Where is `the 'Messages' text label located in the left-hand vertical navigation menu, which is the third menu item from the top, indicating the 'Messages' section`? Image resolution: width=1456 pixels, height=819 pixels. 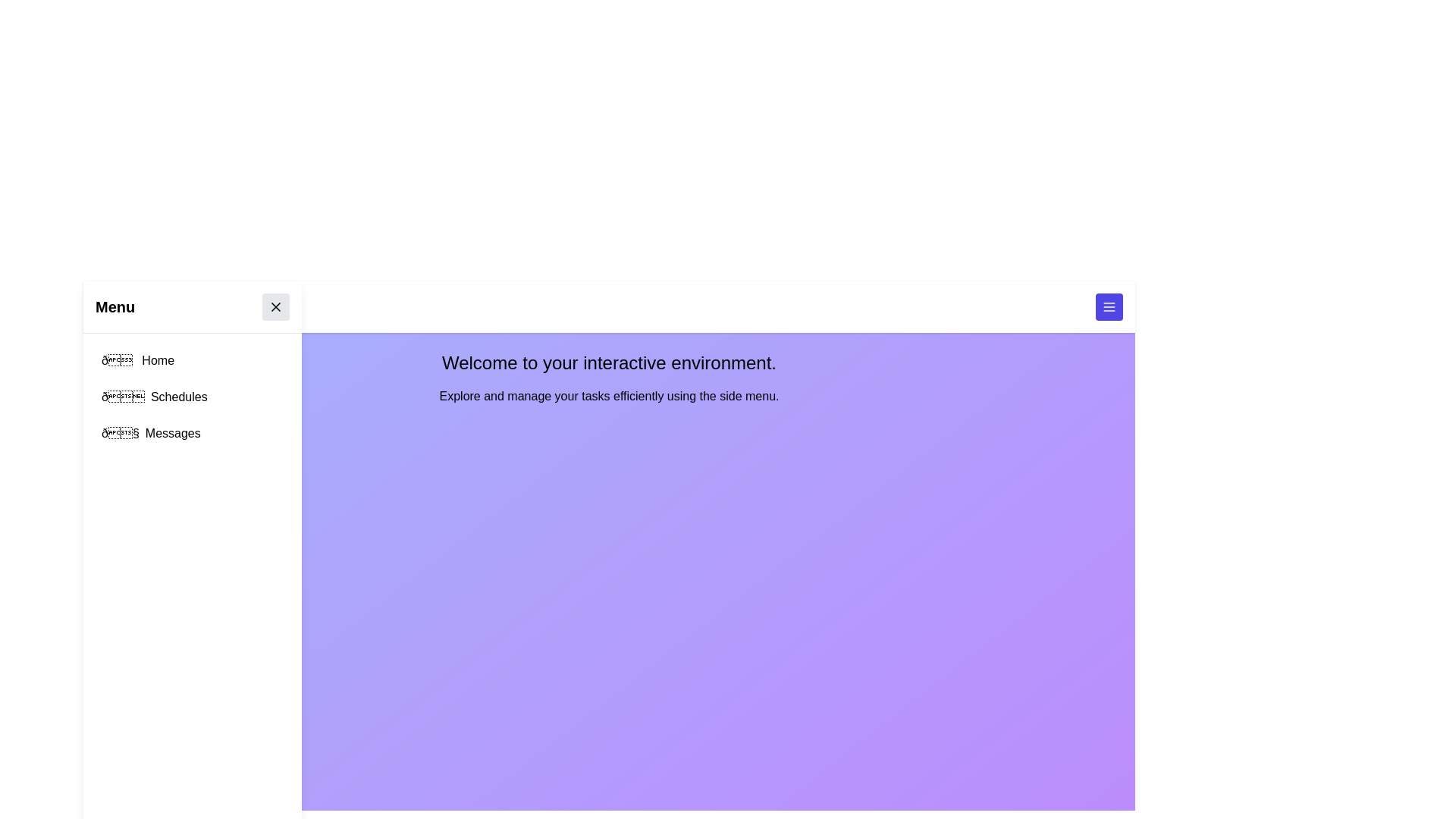 the 'Messages' text label located in the left-hand vertical navigation menu, which is the third menu item from the top, indicating the 'Messages' section is located at coordinates (173, 433).